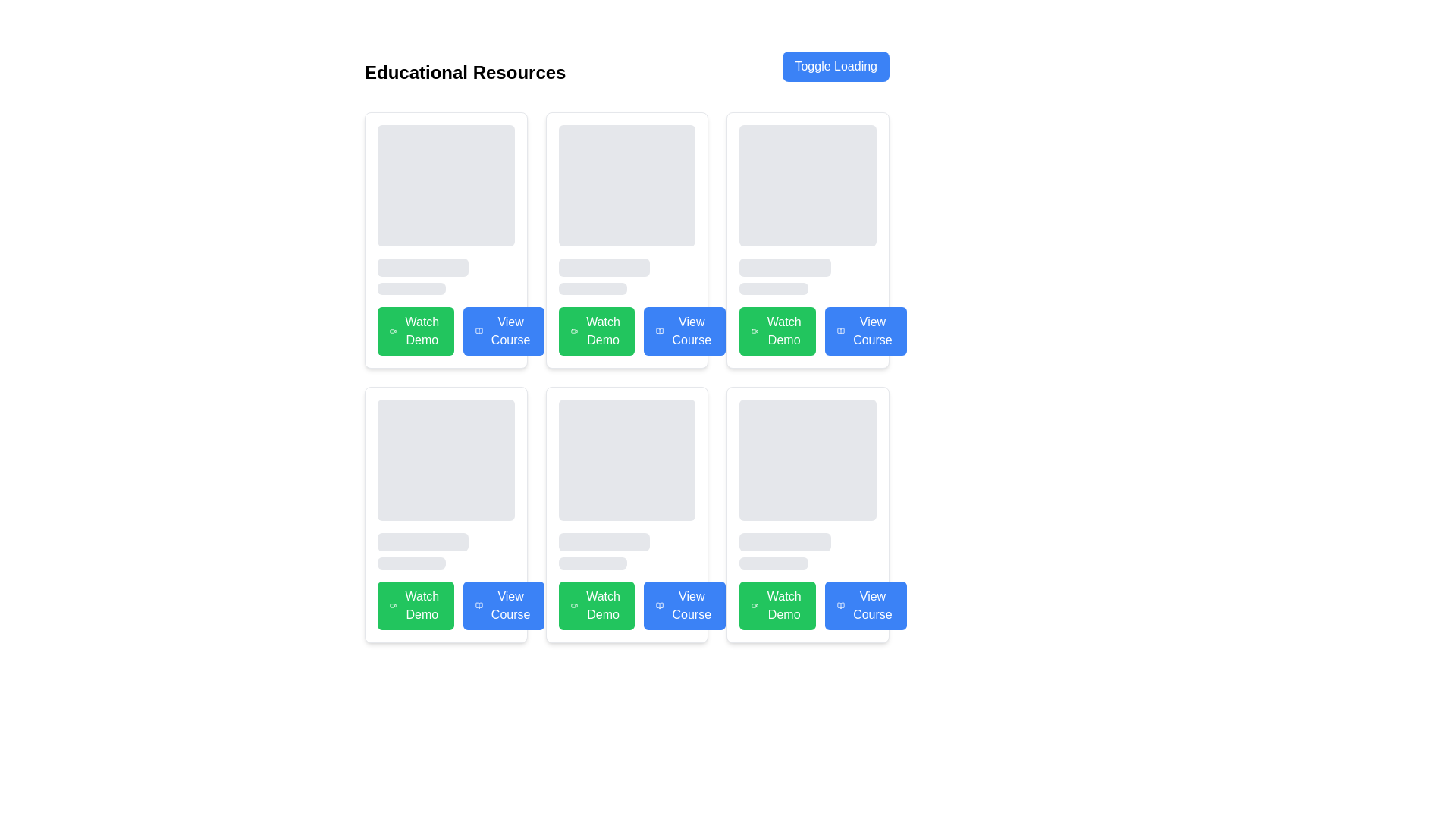 The width and height of the screenshot is (1456, 819). I want to click on the small video icon within the green 'Watch Demo' button, located in the bottom buttons row of the third card in the second row of the grid layout, so click(573, 604).